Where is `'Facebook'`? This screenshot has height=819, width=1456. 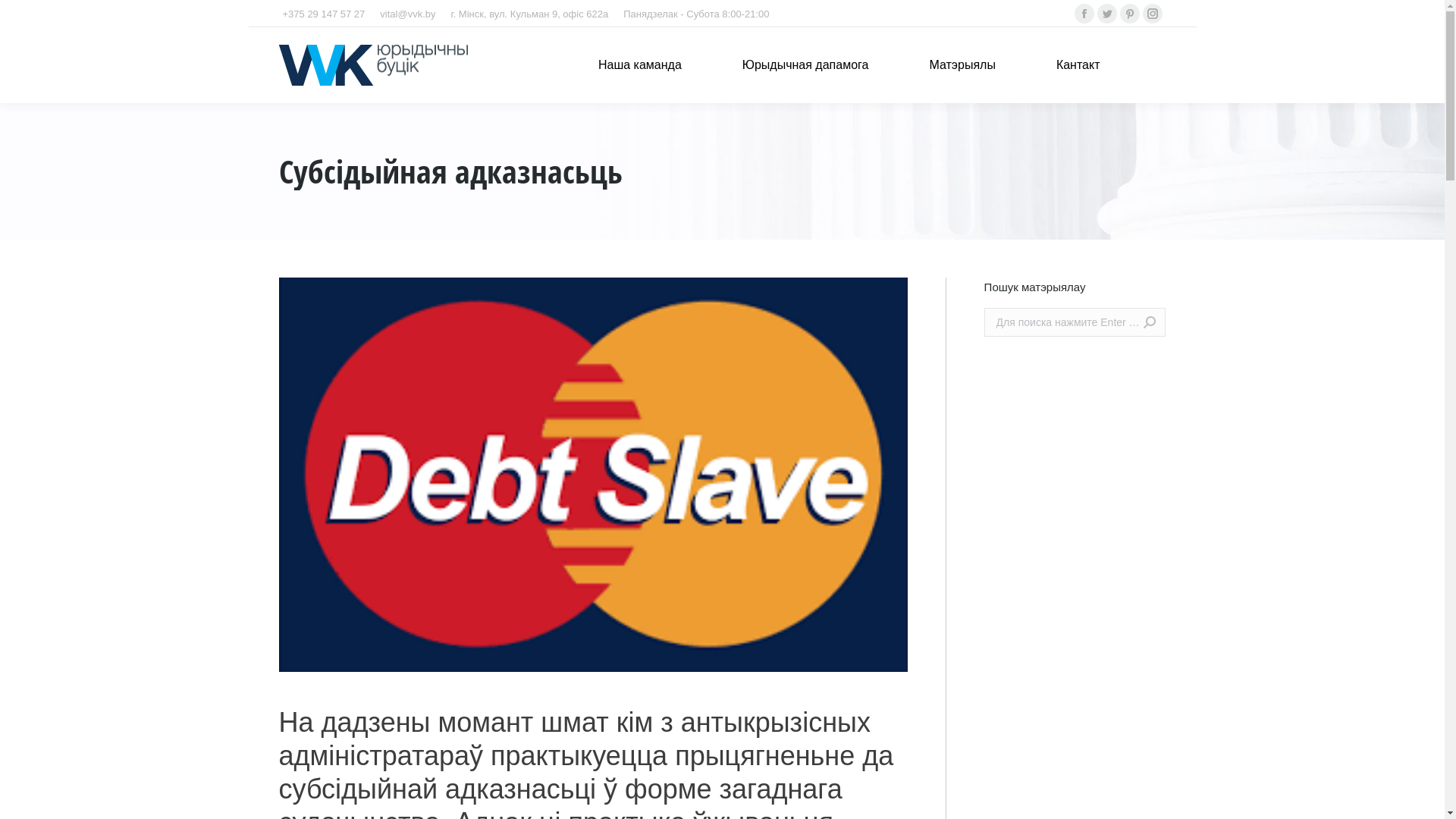
'Facebook' is located at coordinates (1073, 14).